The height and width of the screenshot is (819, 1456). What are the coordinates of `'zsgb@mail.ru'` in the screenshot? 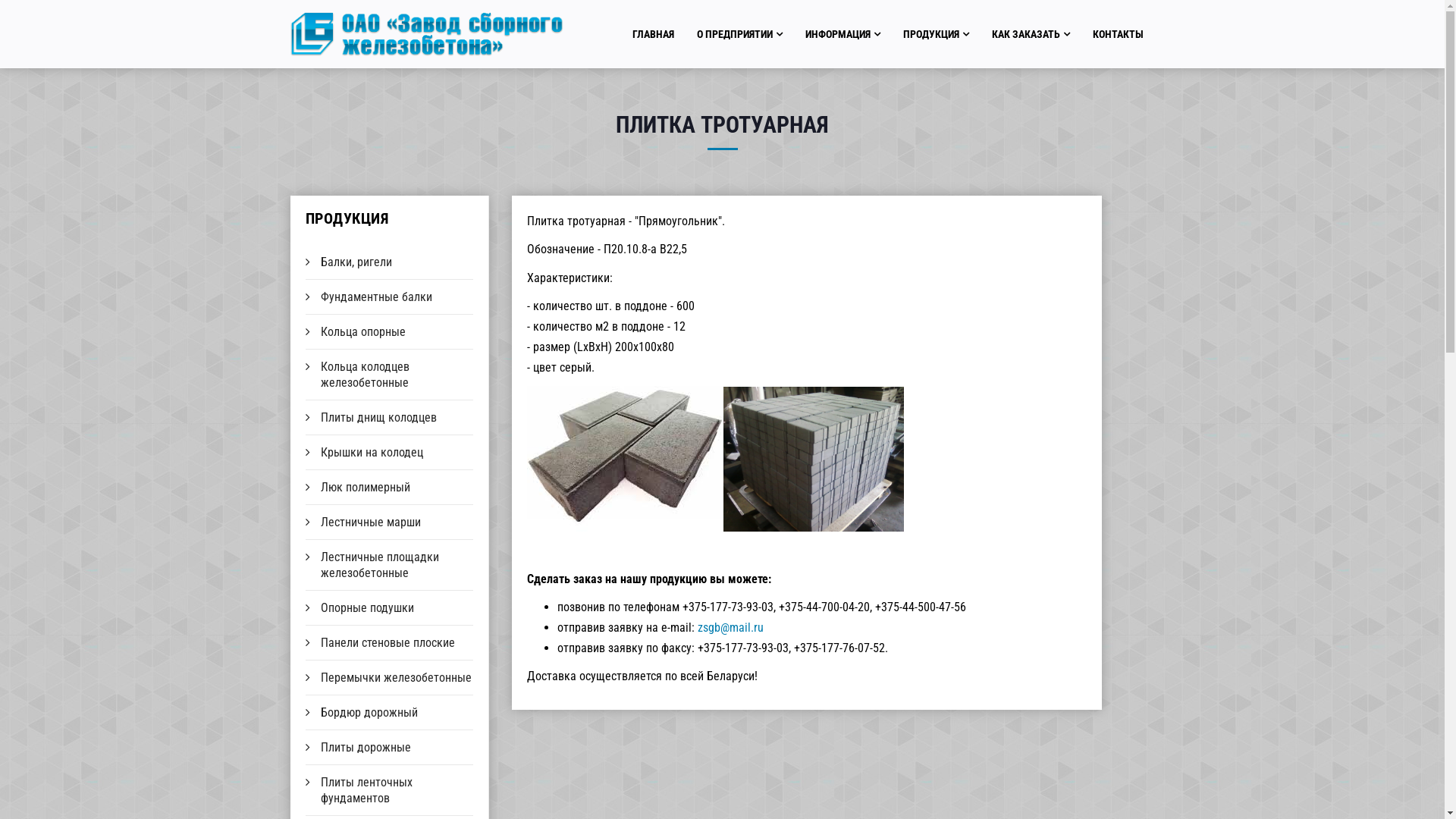 It's located at (730, 627).